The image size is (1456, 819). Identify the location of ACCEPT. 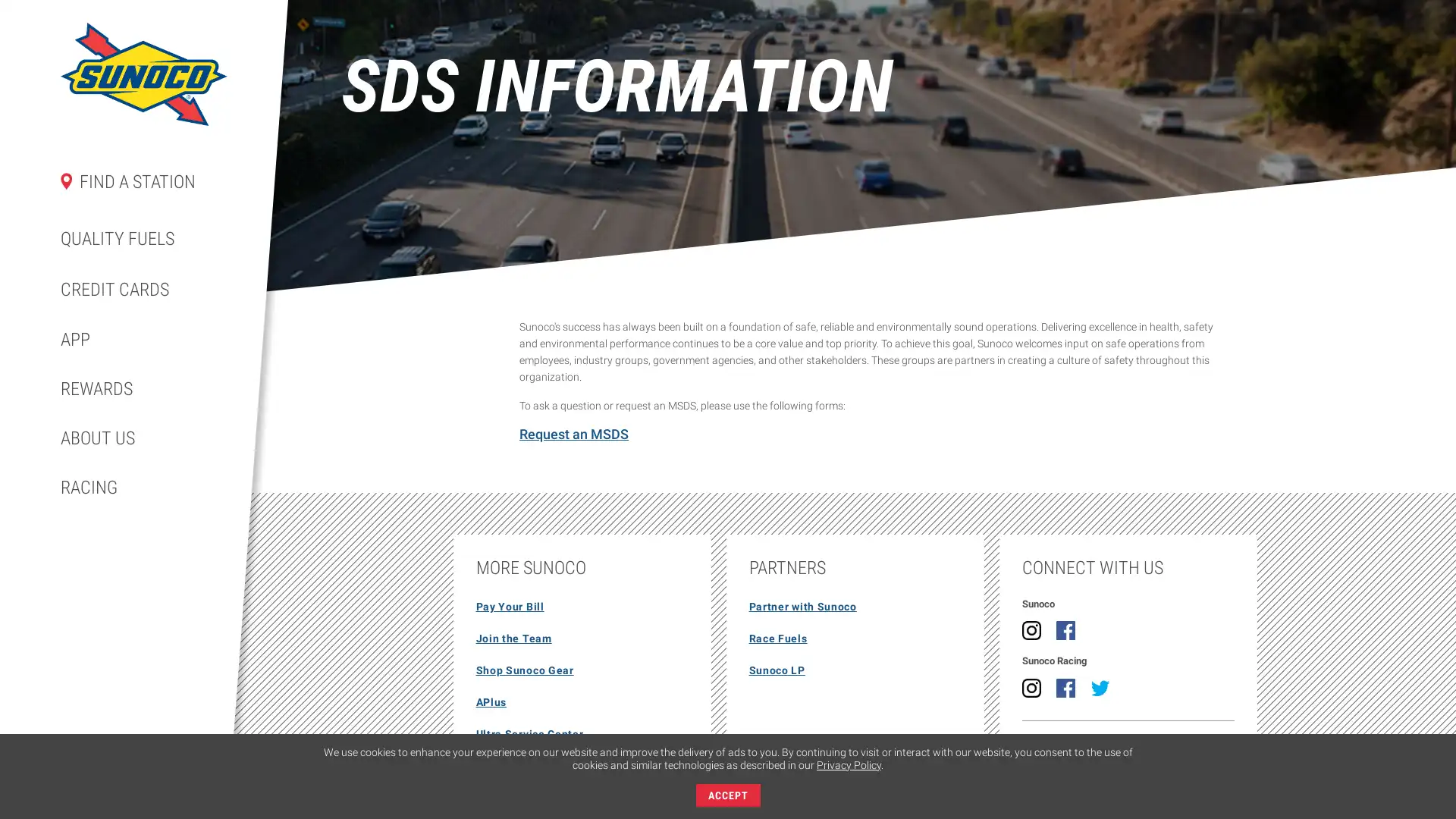
(726, 795).